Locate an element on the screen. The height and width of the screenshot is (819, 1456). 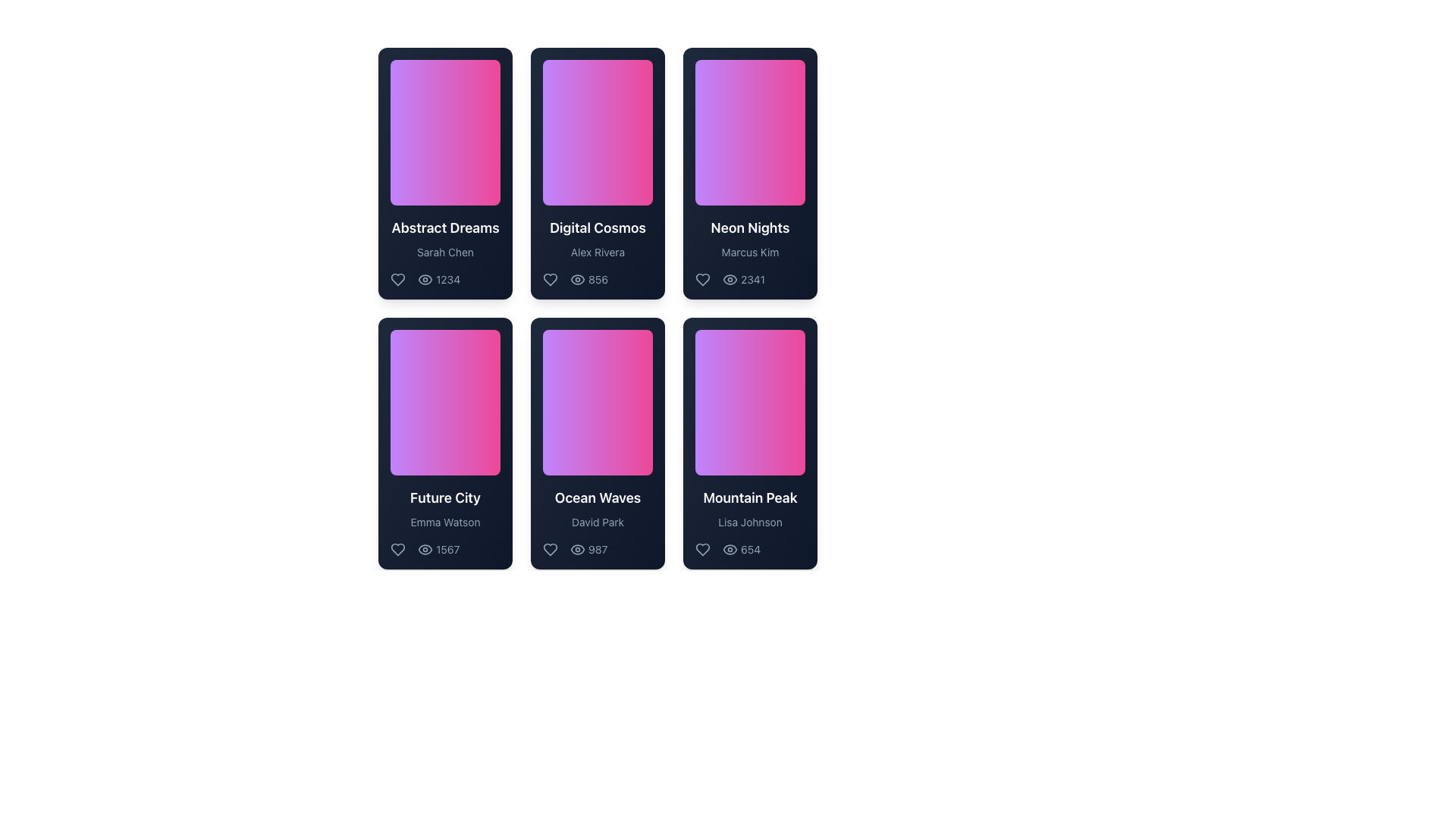
the Heart-shaped icon located at the bottom-left corner of the 'Ocean Waves' card by 'David Park' is located at coordinates (549, 550).